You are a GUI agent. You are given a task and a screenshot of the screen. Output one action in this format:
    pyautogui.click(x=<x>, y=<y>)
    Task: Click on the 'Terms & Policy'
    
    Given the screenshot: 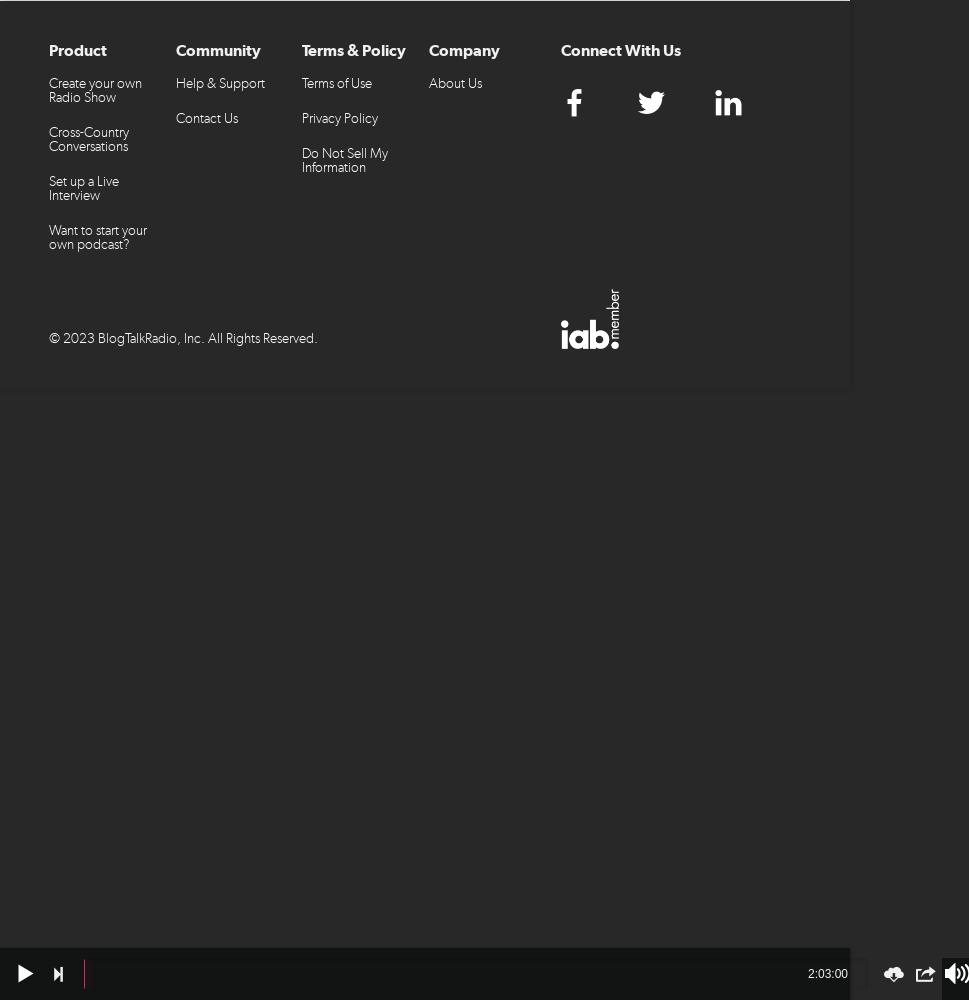 What is the action you would take?
    pyautogui.click(x=353, y=50)
    